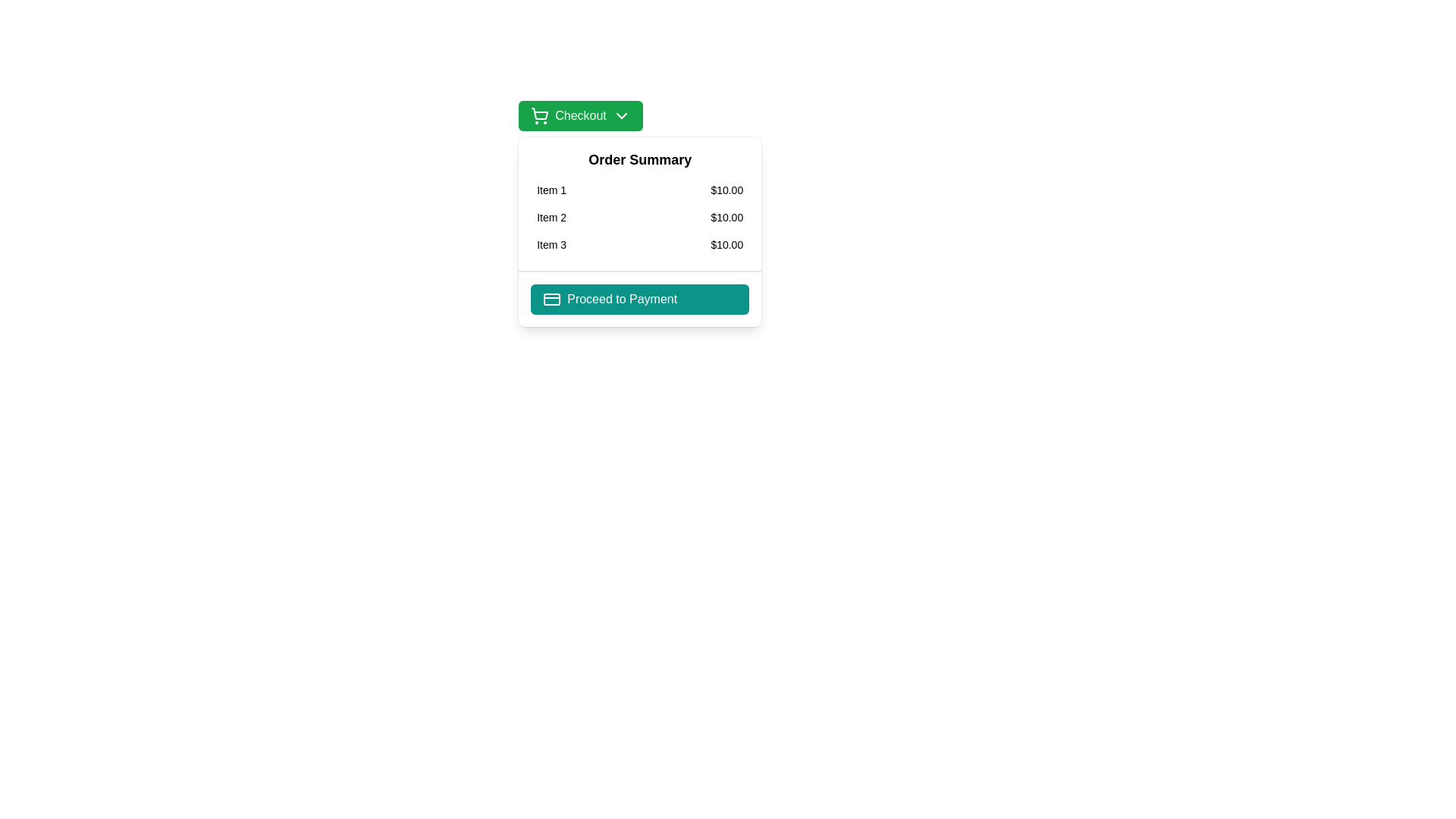  Describe the element at coordinates (551, 244) in the screenshot. I see `the text label displaying 'Item 3' in the 'Order Summary' section, which is positioned next to the price '$10.00'` at that location.